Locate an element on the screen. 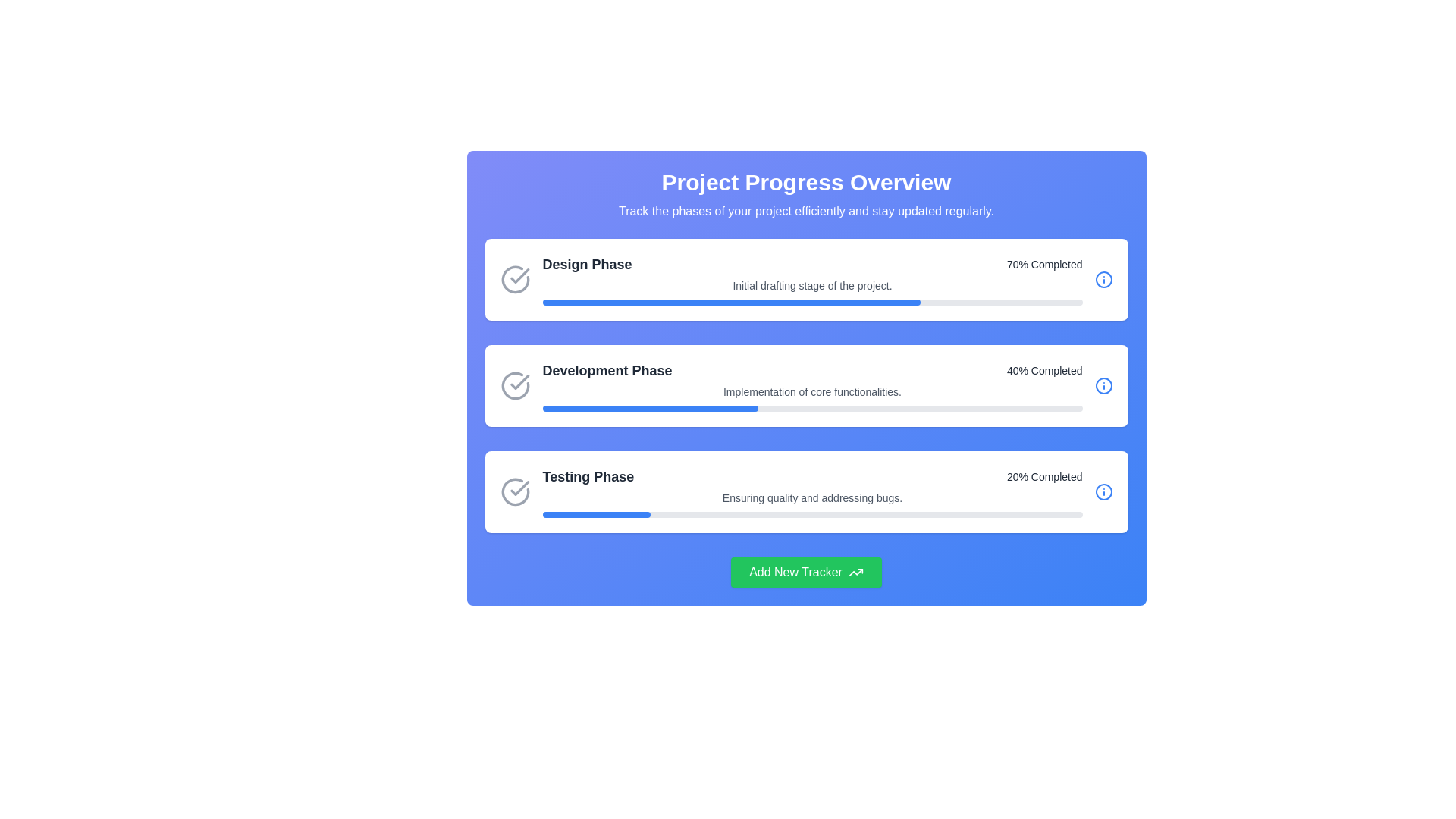  the static text label providing additional information about the 'Development Phase' section, located below the '40% Completed' text is located at coordinates (811, 391).